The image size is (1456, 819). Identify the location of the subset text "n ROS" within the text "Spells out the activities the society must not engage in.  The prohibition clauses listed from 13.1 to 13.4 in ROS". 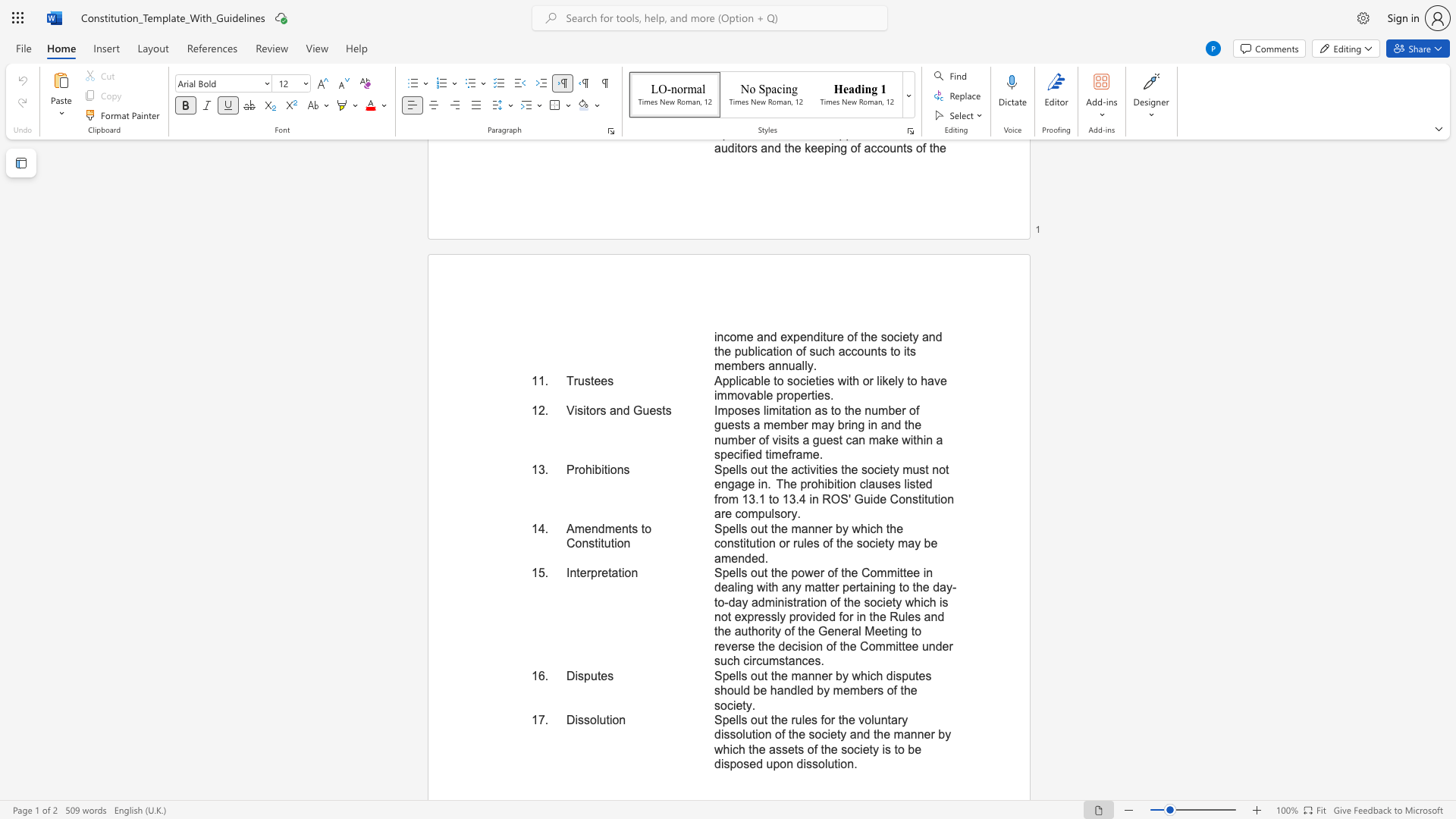
(811, 499).